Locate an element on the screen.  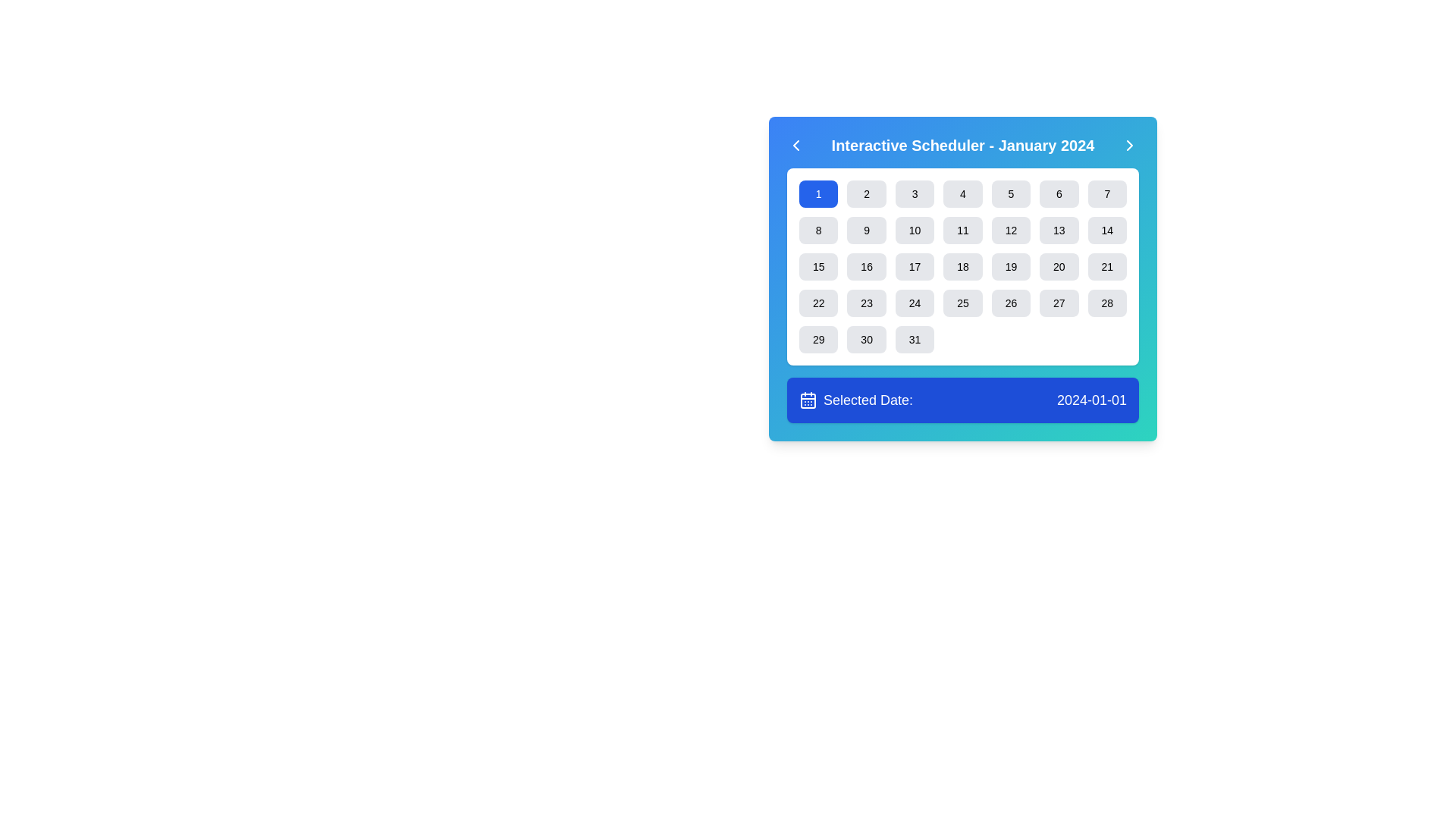
the calendar date button for the 6th day located in the first row and sixth column of the calendar grid is located at coordinates (1058, 193).